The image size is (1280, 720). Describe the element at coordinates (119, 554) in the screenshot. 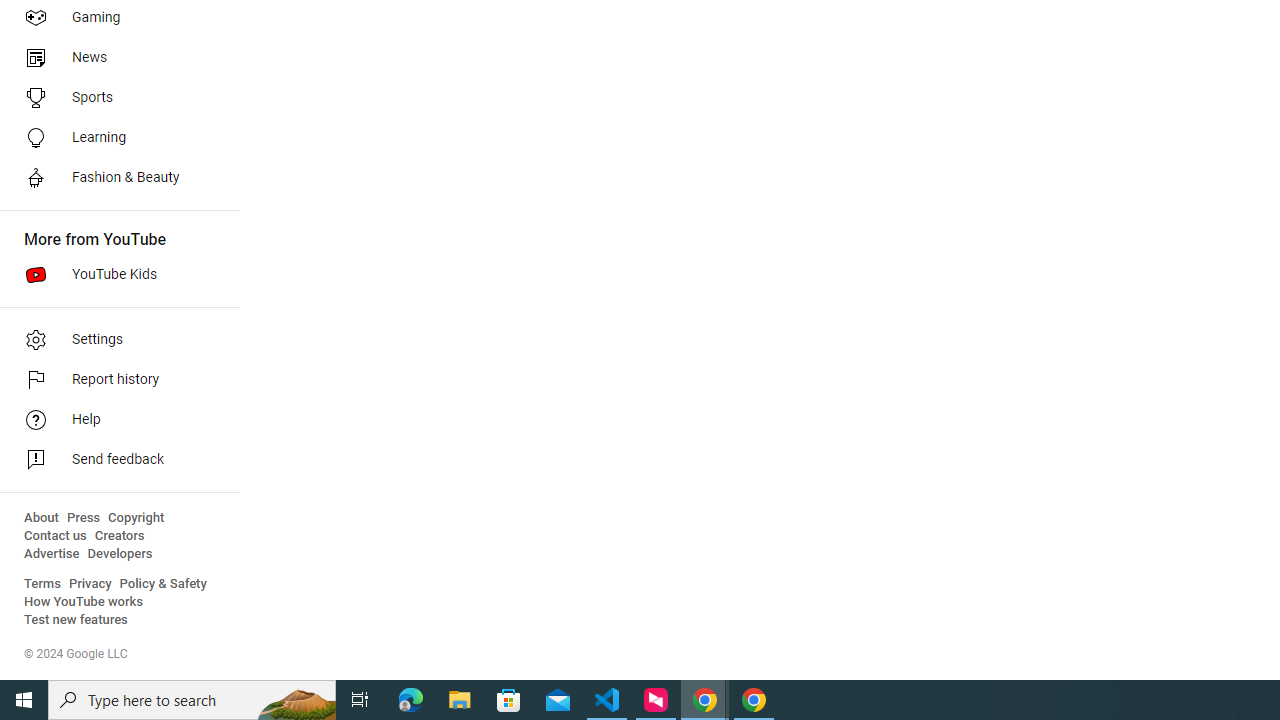

I see `'Developers'` at that location.